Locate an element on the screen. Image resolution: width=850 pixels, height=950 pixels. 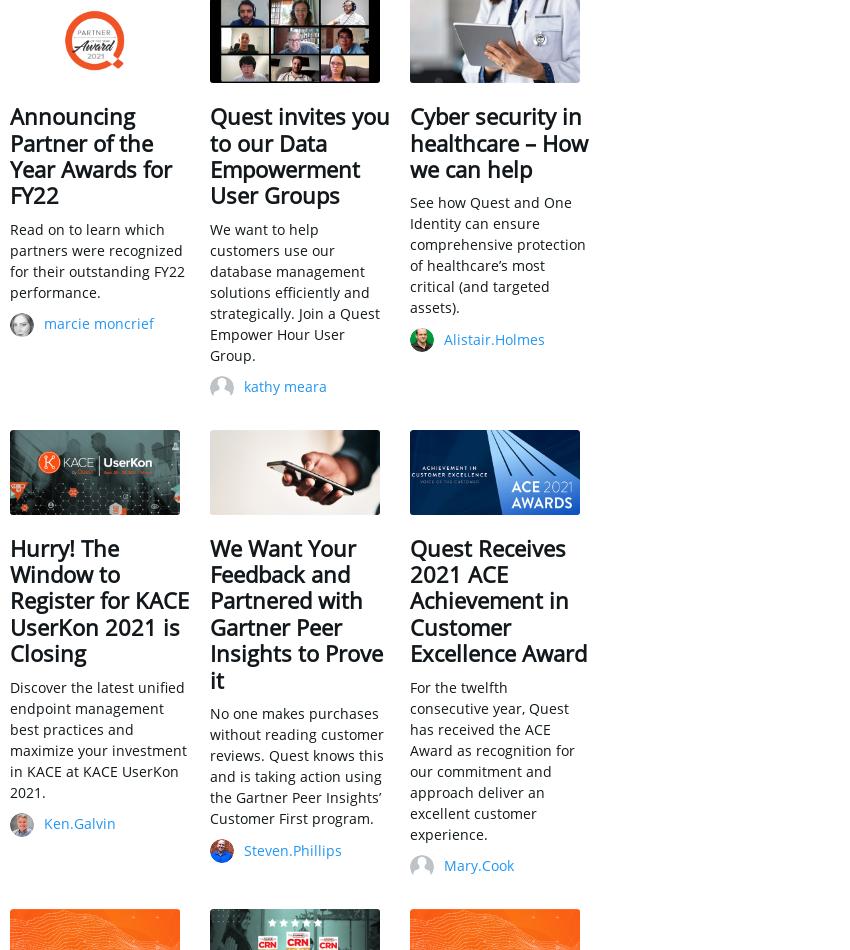
'Steven.Phillips' is located at coordinates (291, 848).